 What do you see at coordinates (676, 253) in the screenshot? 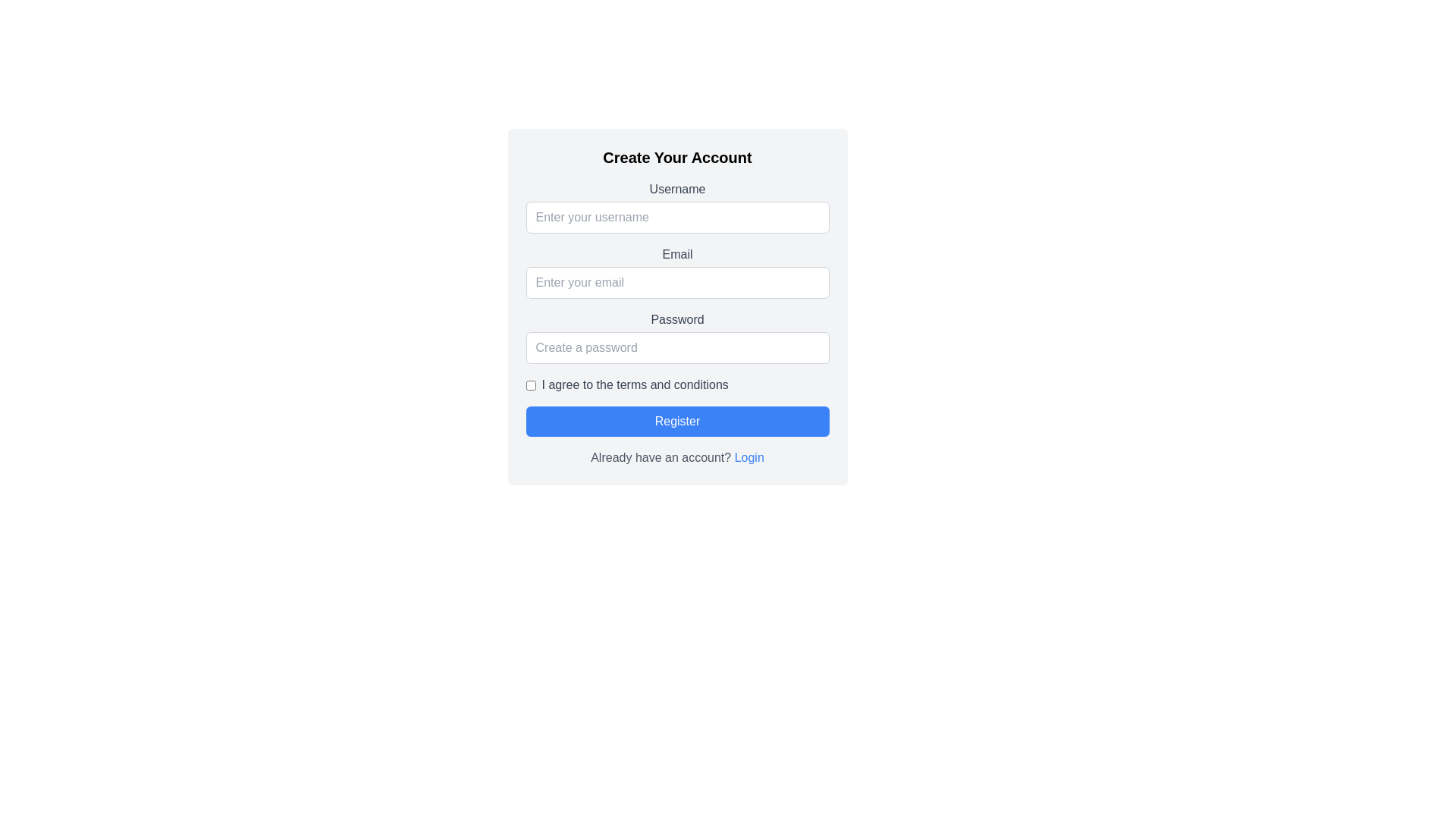
I see `static text label displaying the word 'Email', which is styled in muted gray and positioned above an input field` at bounding box center [676, 253].